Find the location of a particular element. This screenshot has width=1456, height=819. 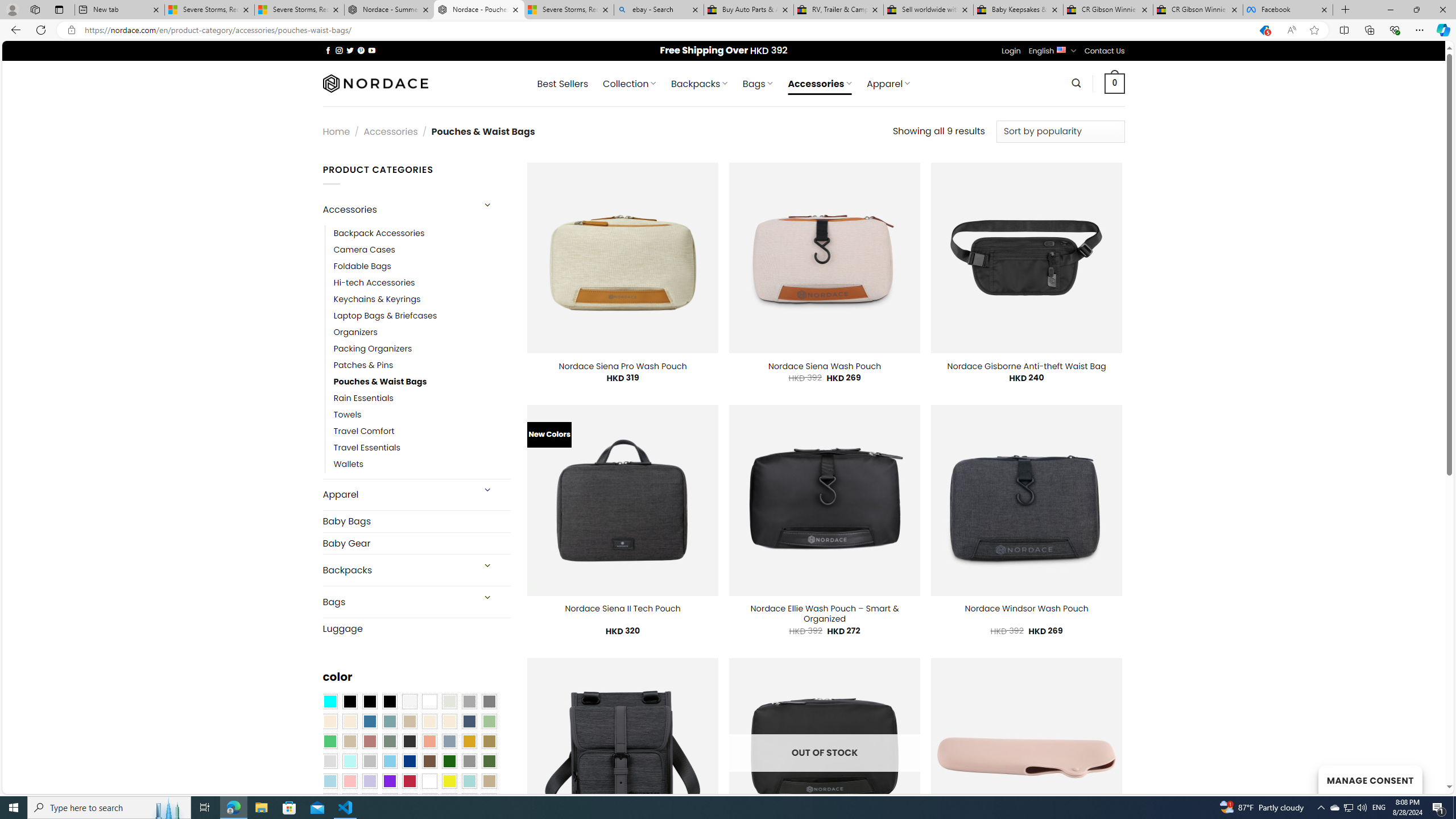

'Towels' is located at coordinates (347, 415).